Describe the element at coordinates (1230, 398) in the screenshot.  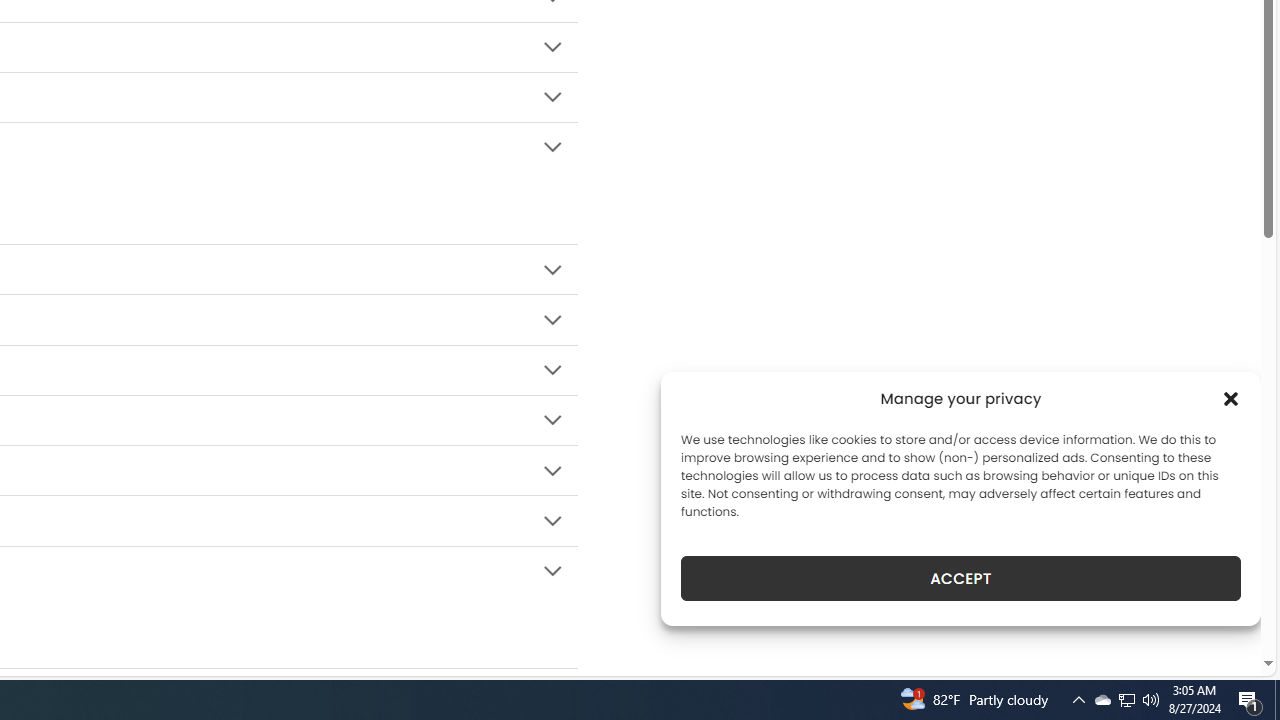
I see `'Class: cmplz-close'` at that location.